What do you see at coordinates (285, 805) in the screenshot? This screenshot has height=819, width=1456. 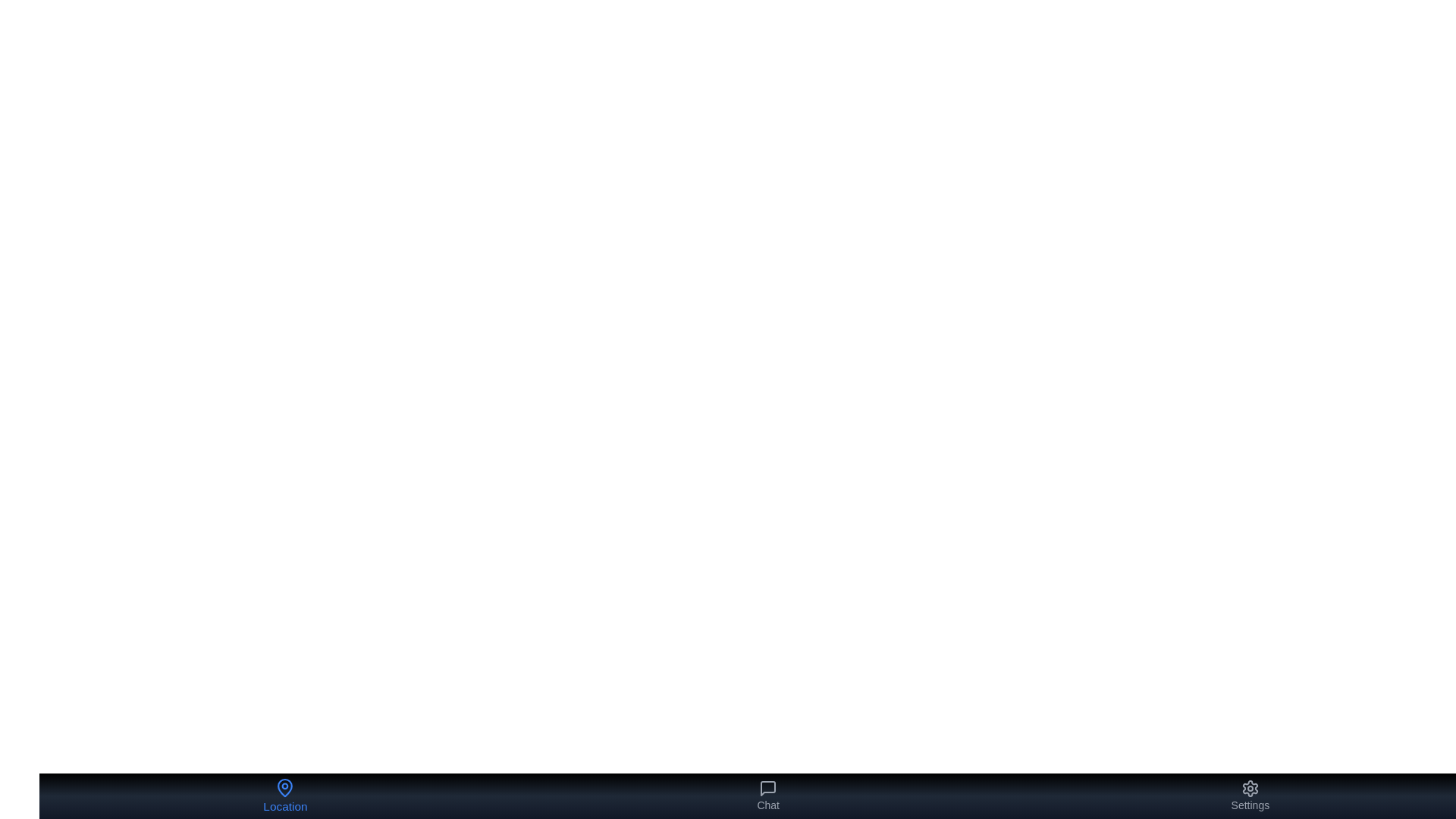 I see `the label under the button corresponding to Location` at bounding box center [285, 805].